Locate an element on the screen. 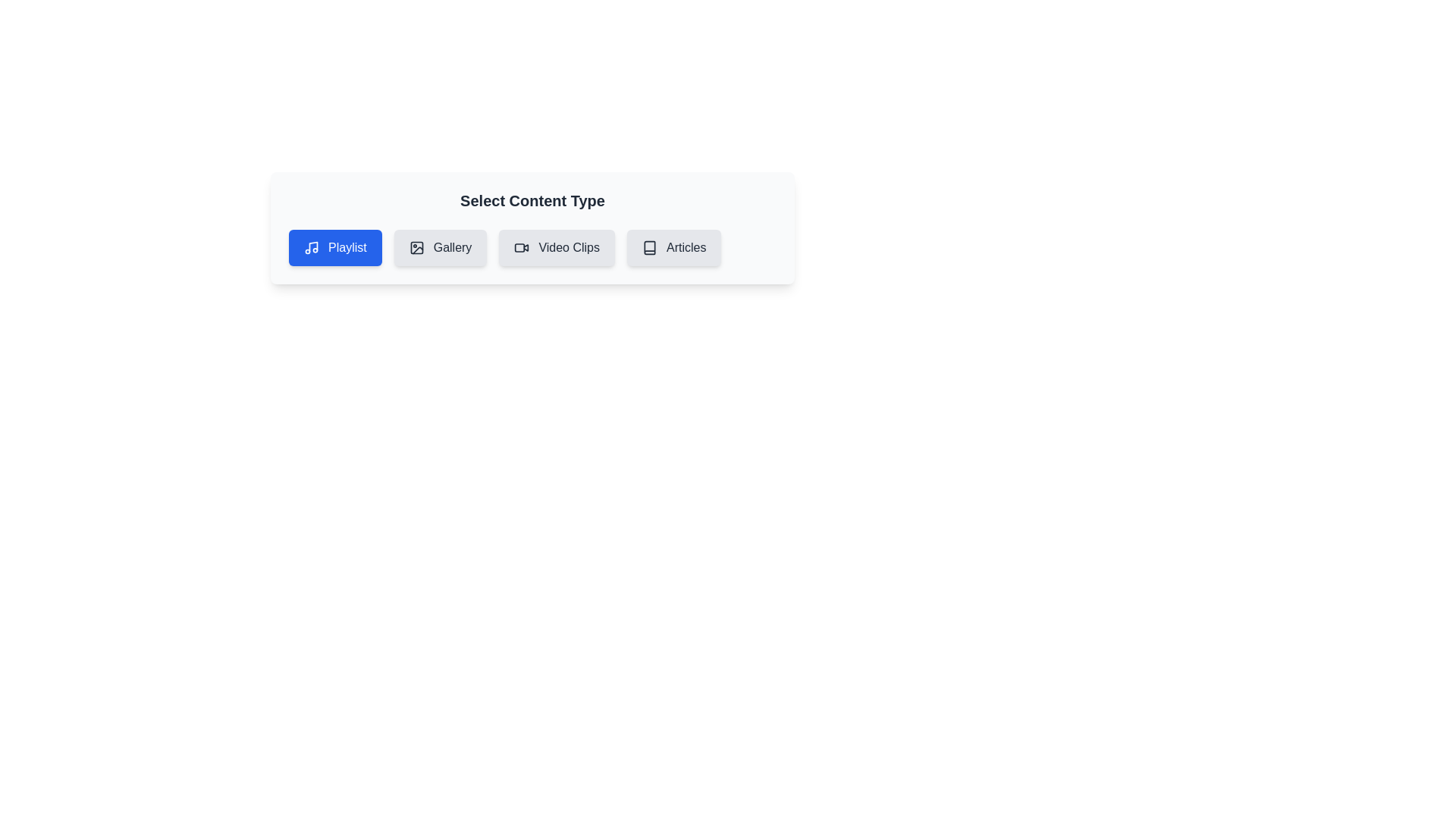  the chip labeled 'Video Clips' to observe its hover effect is located at coordinates (556, 247).